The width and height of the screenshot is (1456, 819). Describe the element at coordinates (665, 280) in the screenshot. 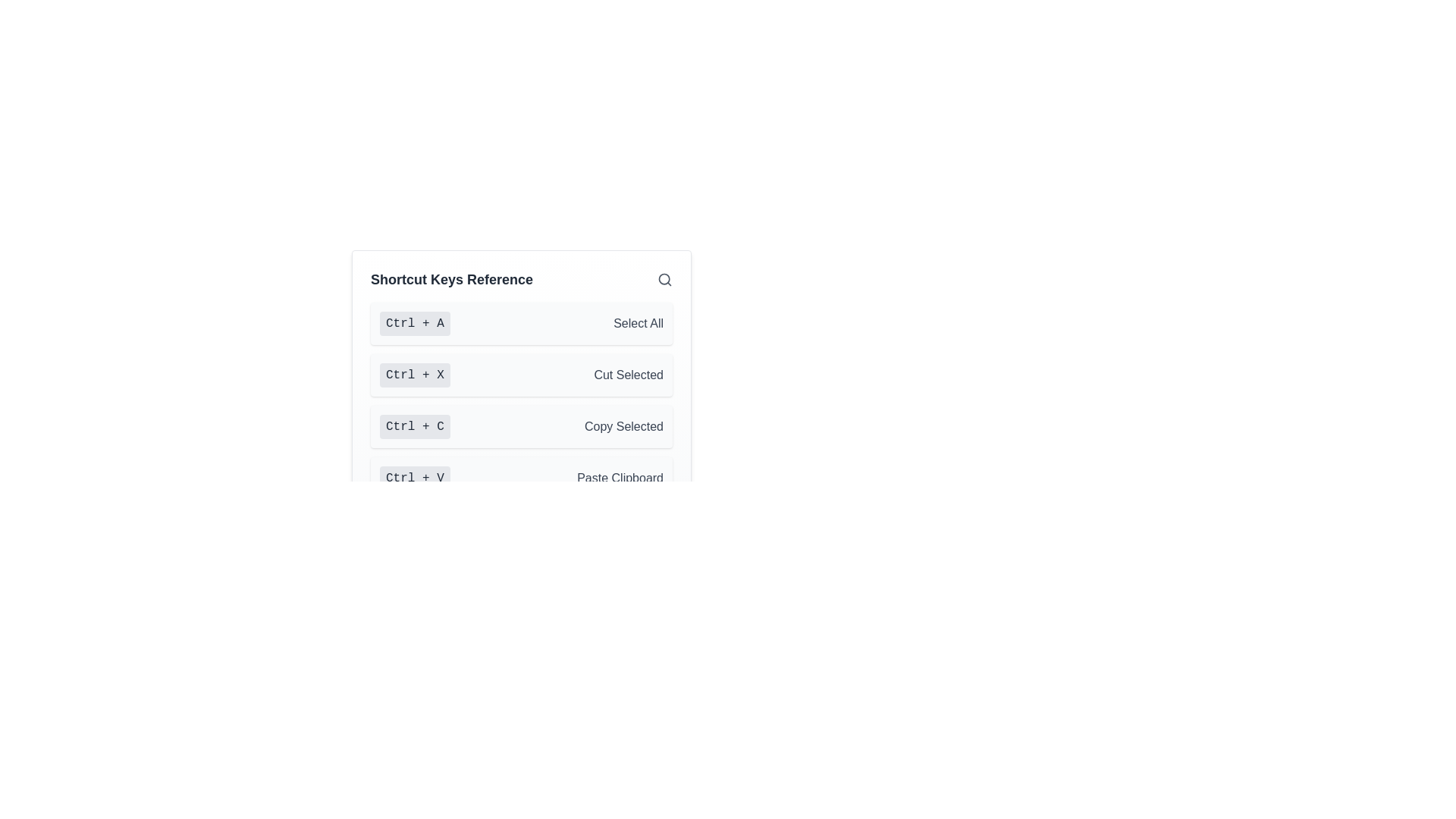

I see `the gray magnifying glass icon located in the upper-right corner of the 'Shortcut Keys Reference' section` at that location.